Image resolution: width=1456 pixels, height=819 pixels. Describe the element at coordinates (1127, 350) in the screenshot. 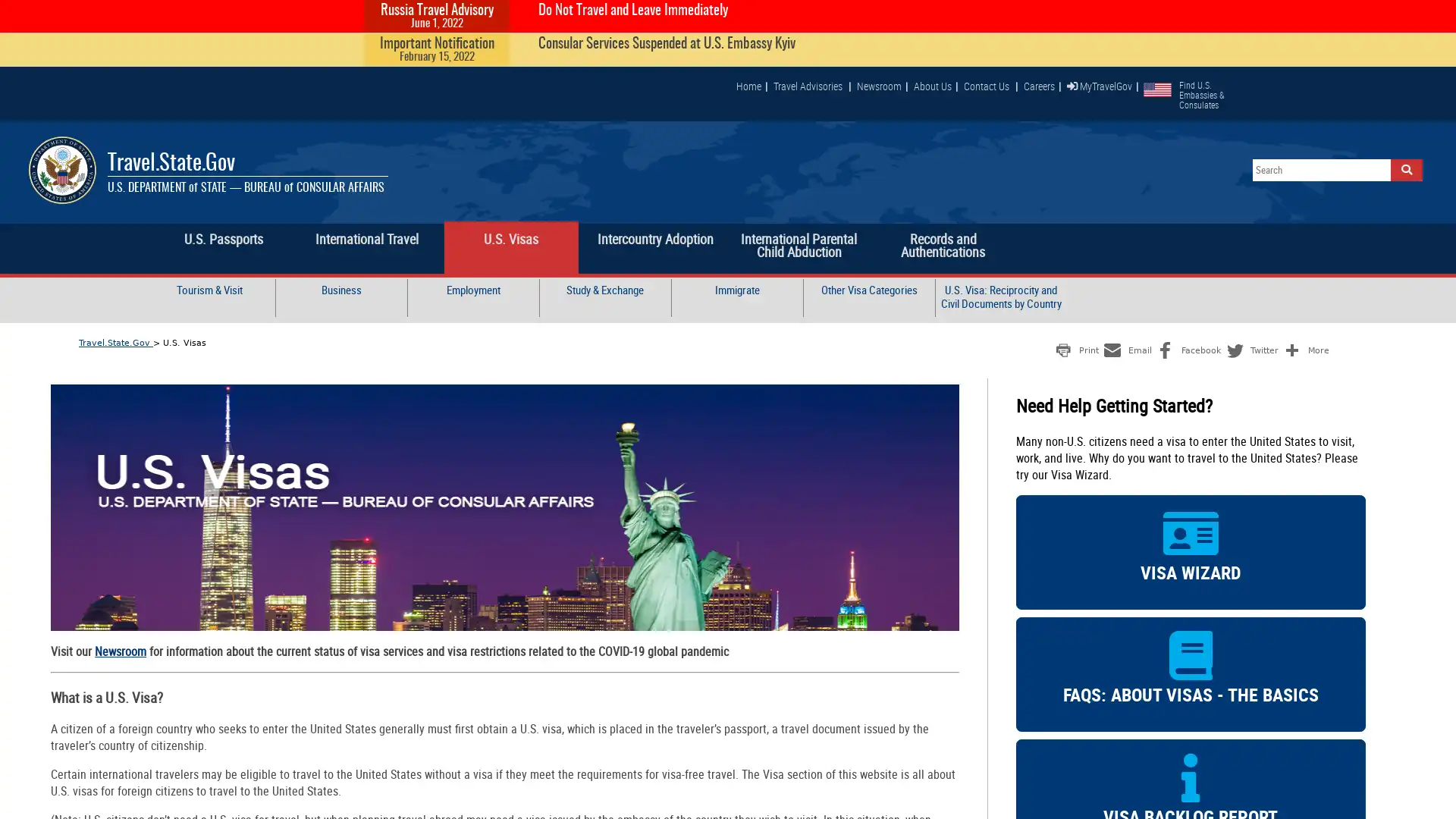

I see `Share to Email Email` at that location.